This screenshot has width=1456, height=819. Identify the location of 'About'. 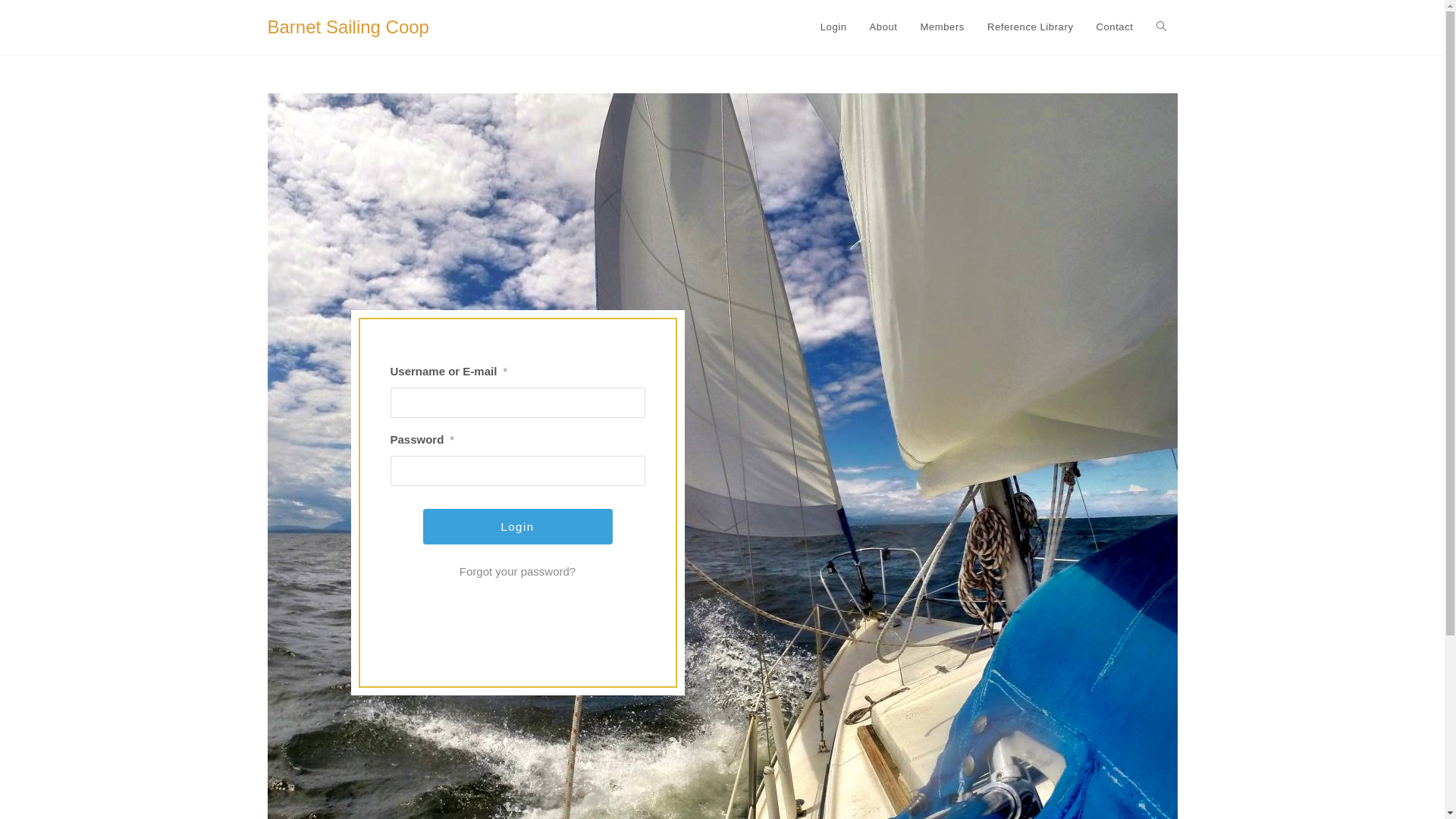
(858, 27).